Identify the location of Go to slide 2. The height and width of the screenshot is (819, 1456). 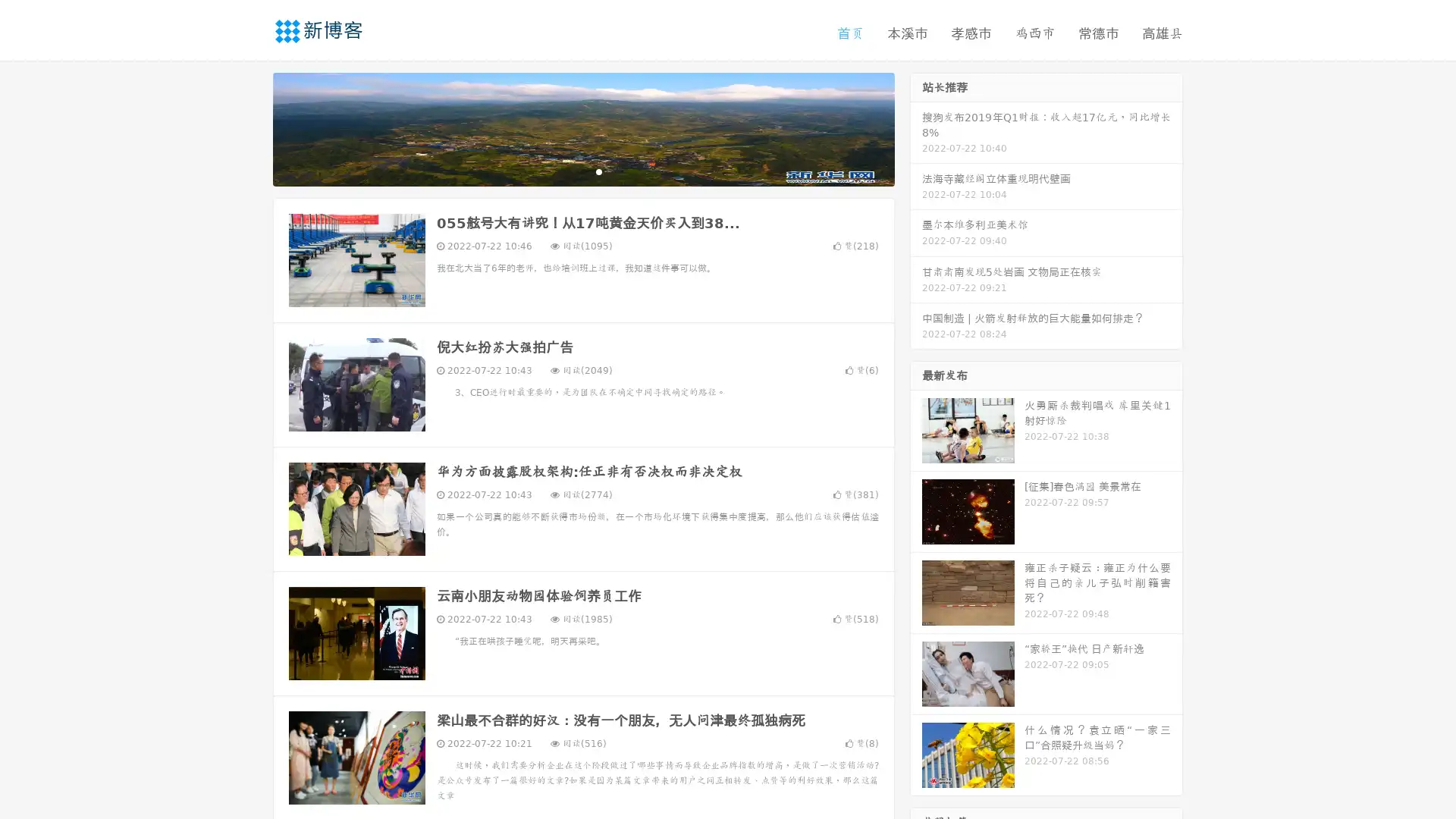
(582, 171).